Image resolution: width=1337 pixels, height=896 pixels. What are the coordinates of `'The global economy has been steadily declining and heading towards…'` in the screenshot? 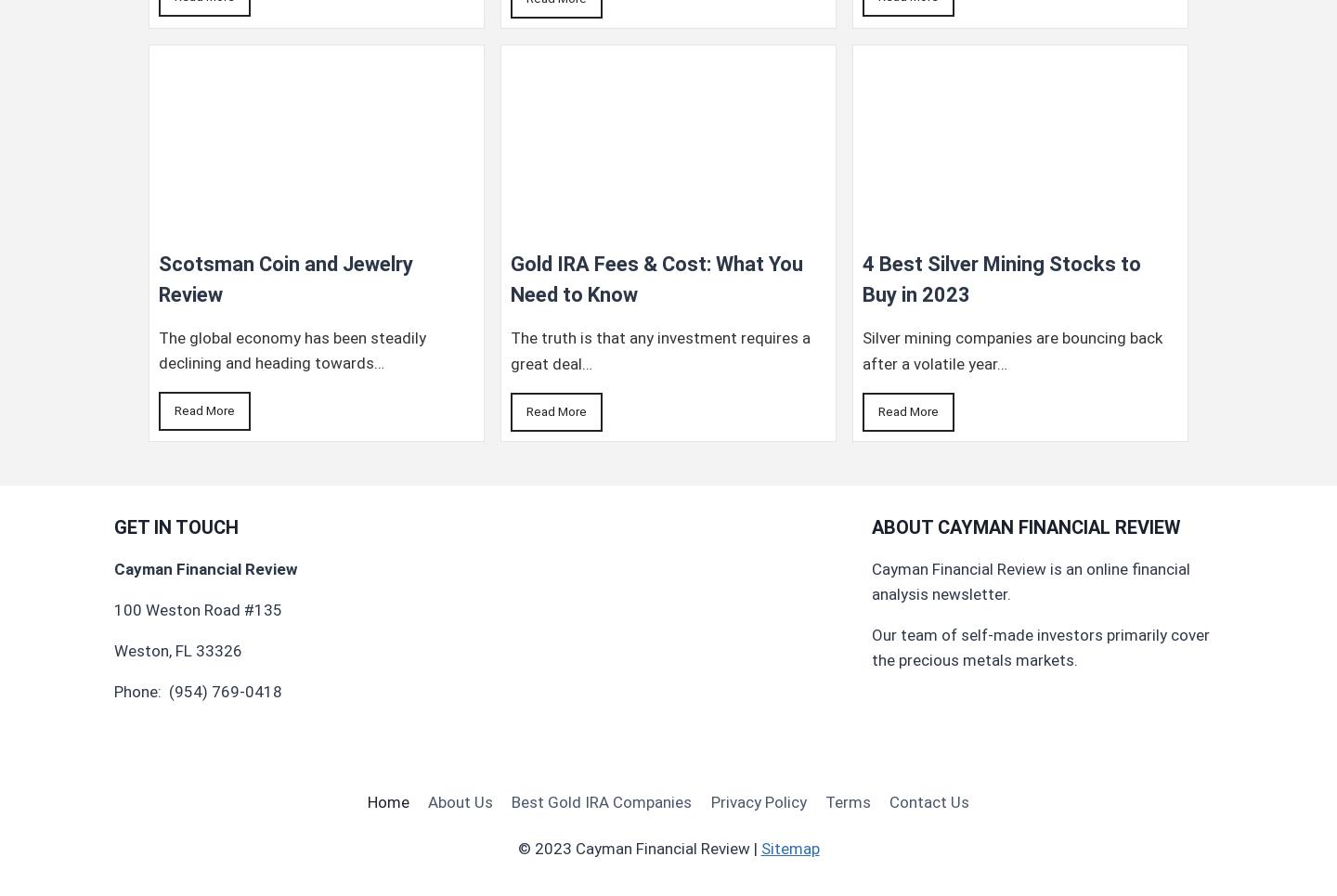 It's located at (292, 349).